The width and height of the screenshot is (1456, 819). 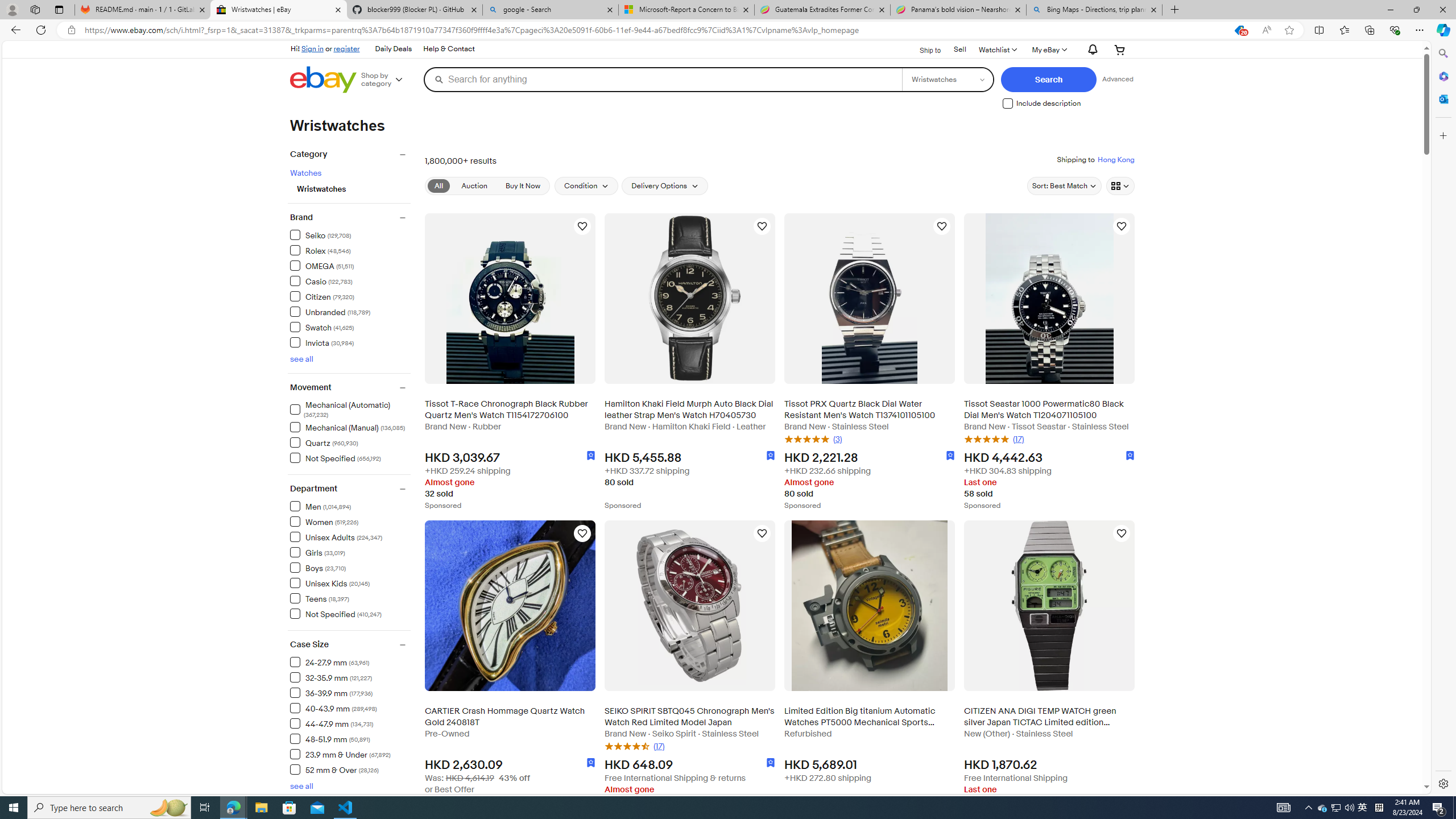 I want to click on 'Expand Cart', so click(x=1119, y=49).